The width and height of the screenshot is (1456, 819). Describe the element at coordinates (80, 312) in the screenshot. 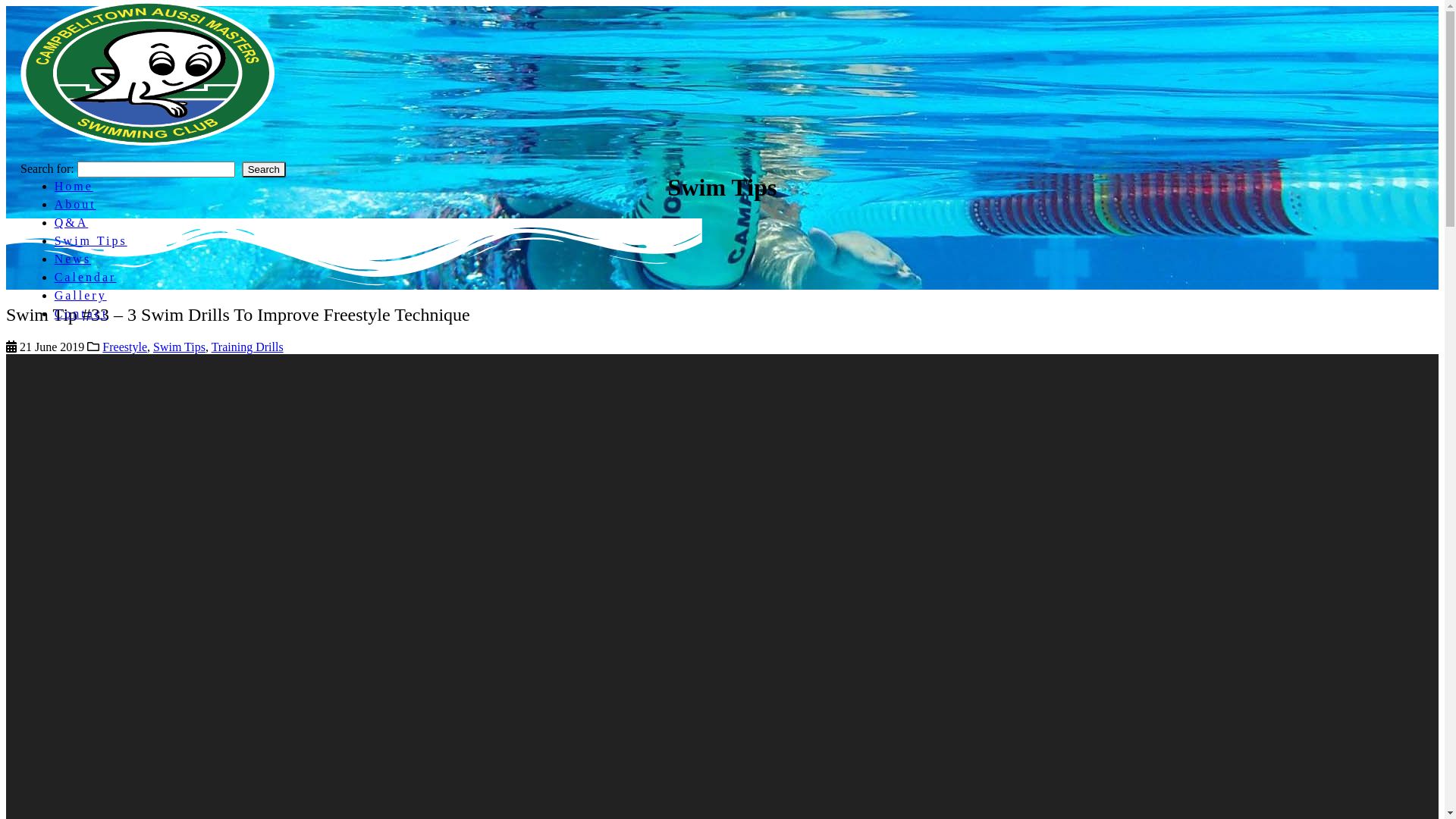

I see `'Contact'` at that location.